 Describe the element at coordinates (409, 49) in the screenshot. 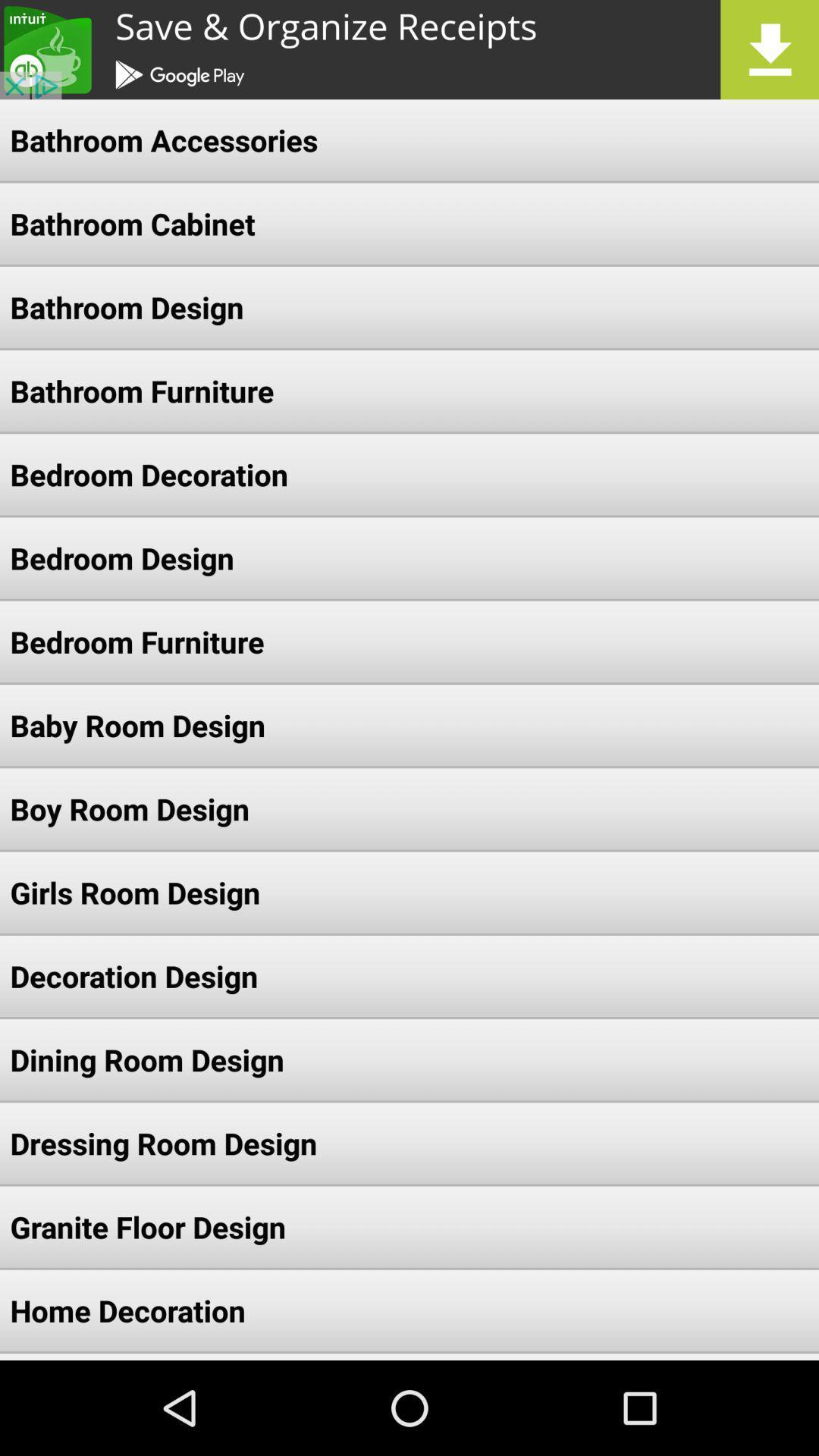

I see `download` at that location.